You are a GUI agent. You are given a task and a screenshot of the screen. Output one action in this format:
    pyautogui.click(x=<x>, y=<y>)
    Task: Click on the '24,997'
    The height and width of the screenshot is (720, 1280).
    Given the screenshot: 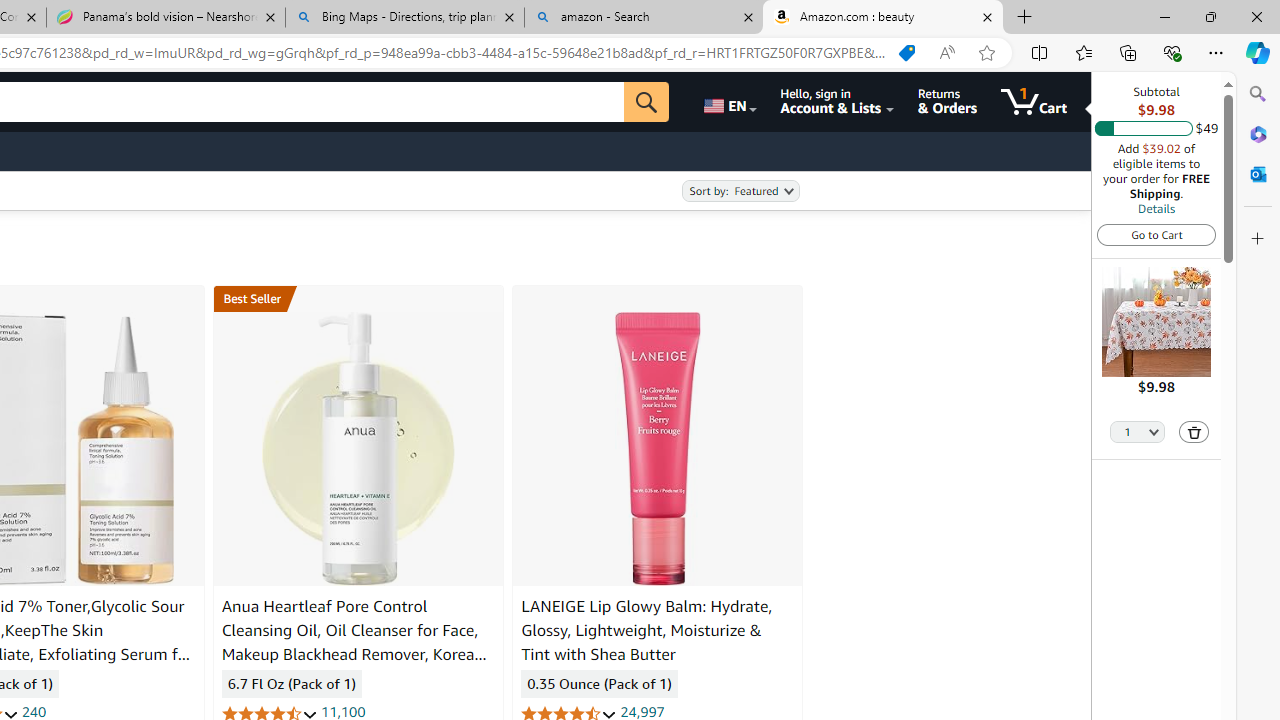 What is the action you would take?
    pyautogui.click(x=642, y=711)
    